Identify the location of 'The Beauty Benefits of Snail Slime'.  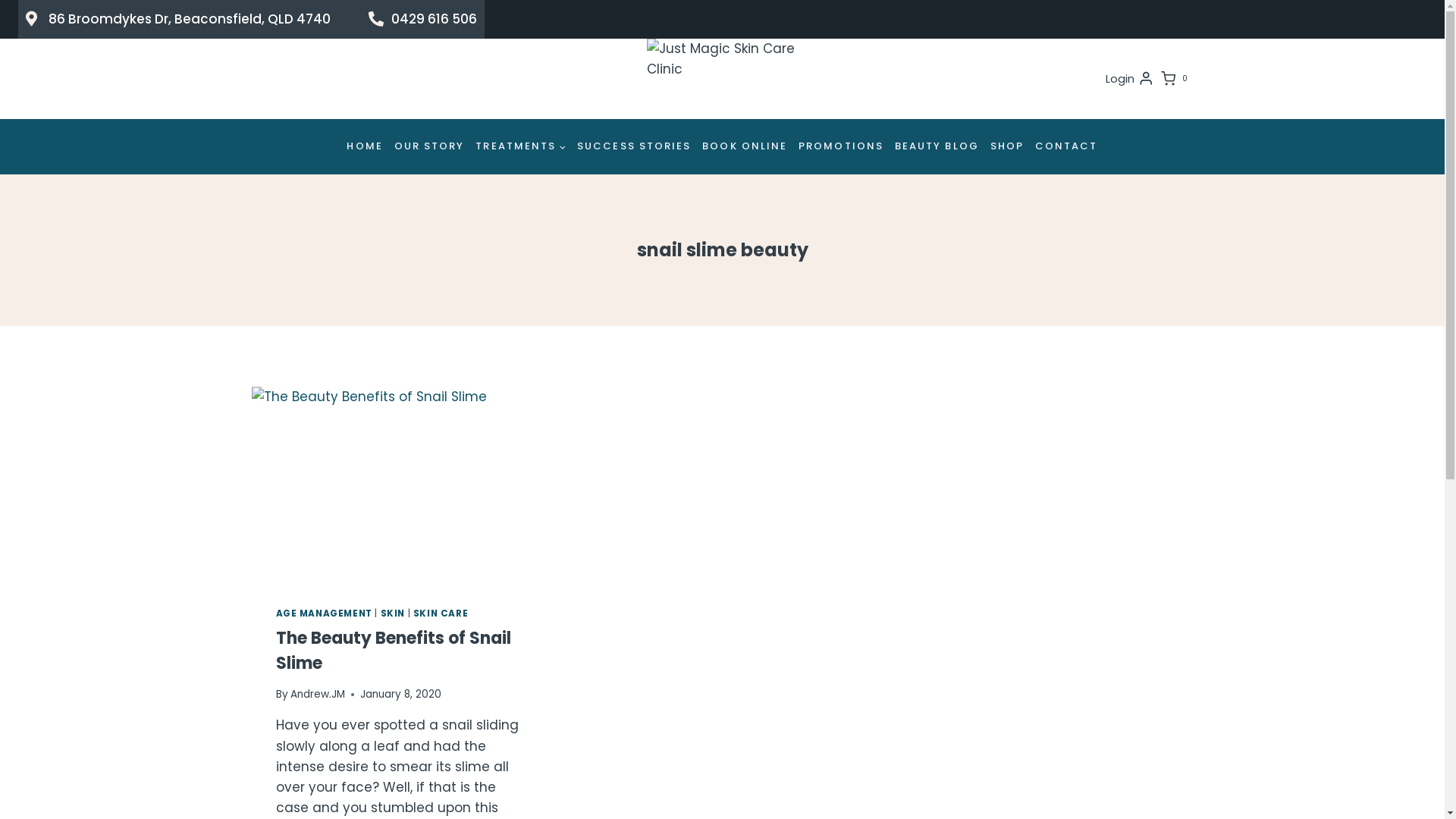
(393, 649).